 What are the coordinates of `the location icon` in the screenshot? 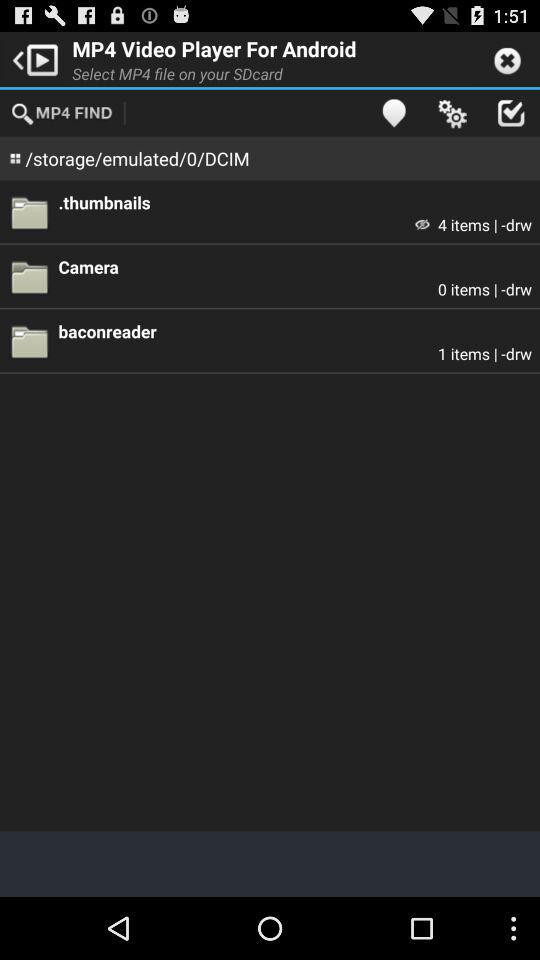 It's located at (393, 120).